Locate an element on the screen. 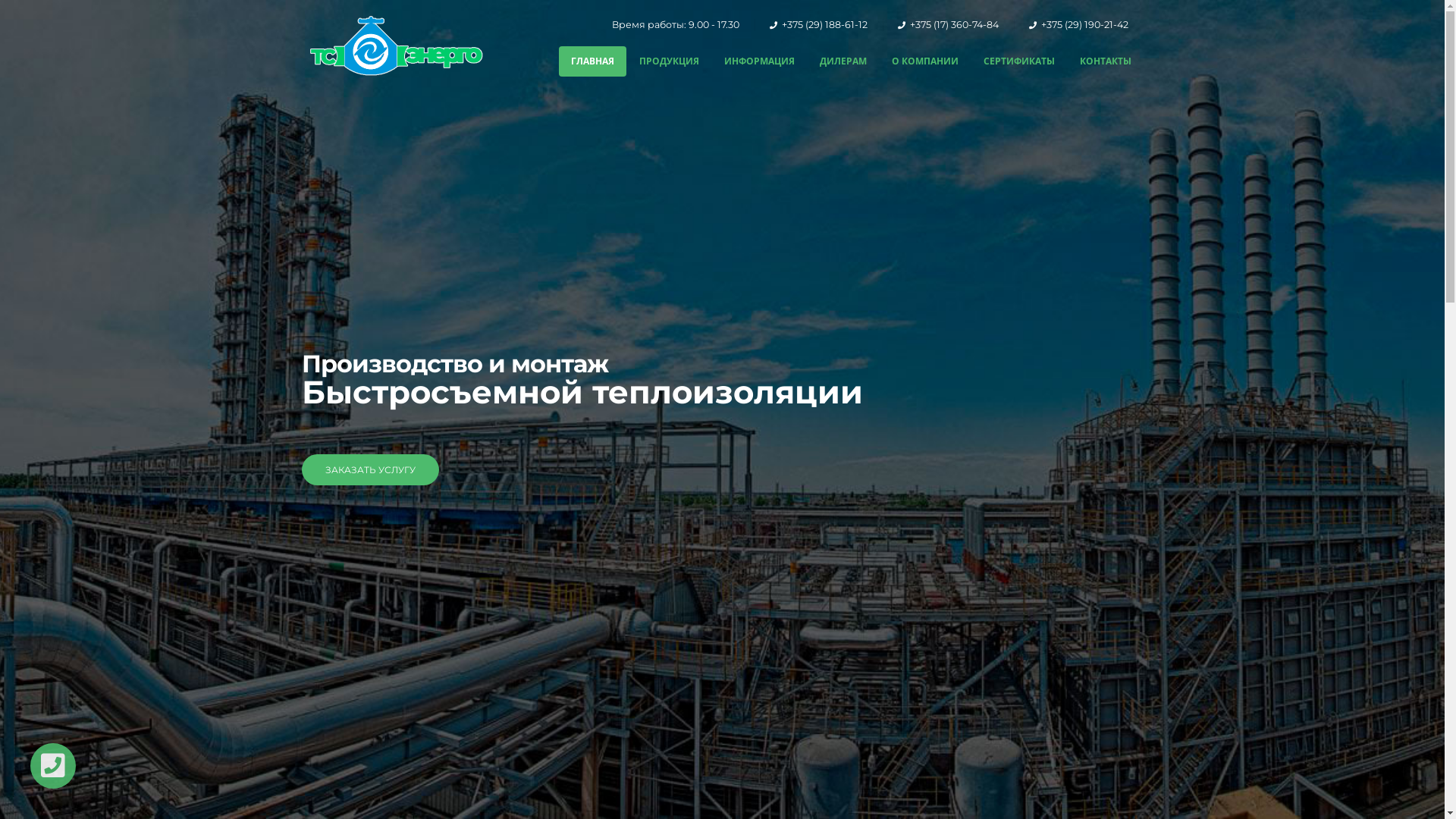 The height and width of the screenshot is (819, 1456). '+375 (29) 190-21-42' is located at coordinates (1040, 24).